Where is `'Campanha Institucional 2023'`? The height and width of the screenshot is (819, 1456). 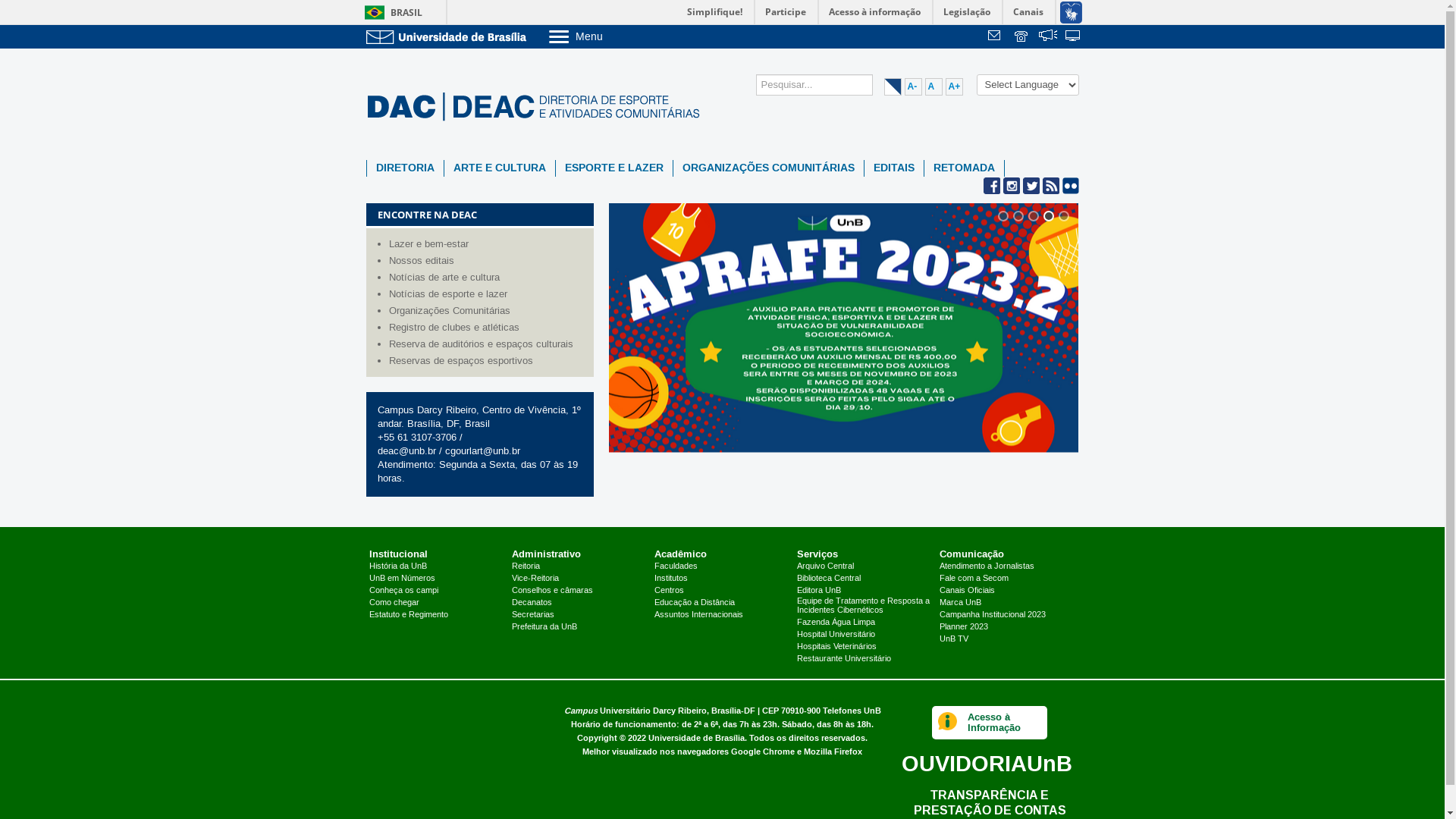 'Campanha Institucional 2023' is located at coordinates (938, 614).